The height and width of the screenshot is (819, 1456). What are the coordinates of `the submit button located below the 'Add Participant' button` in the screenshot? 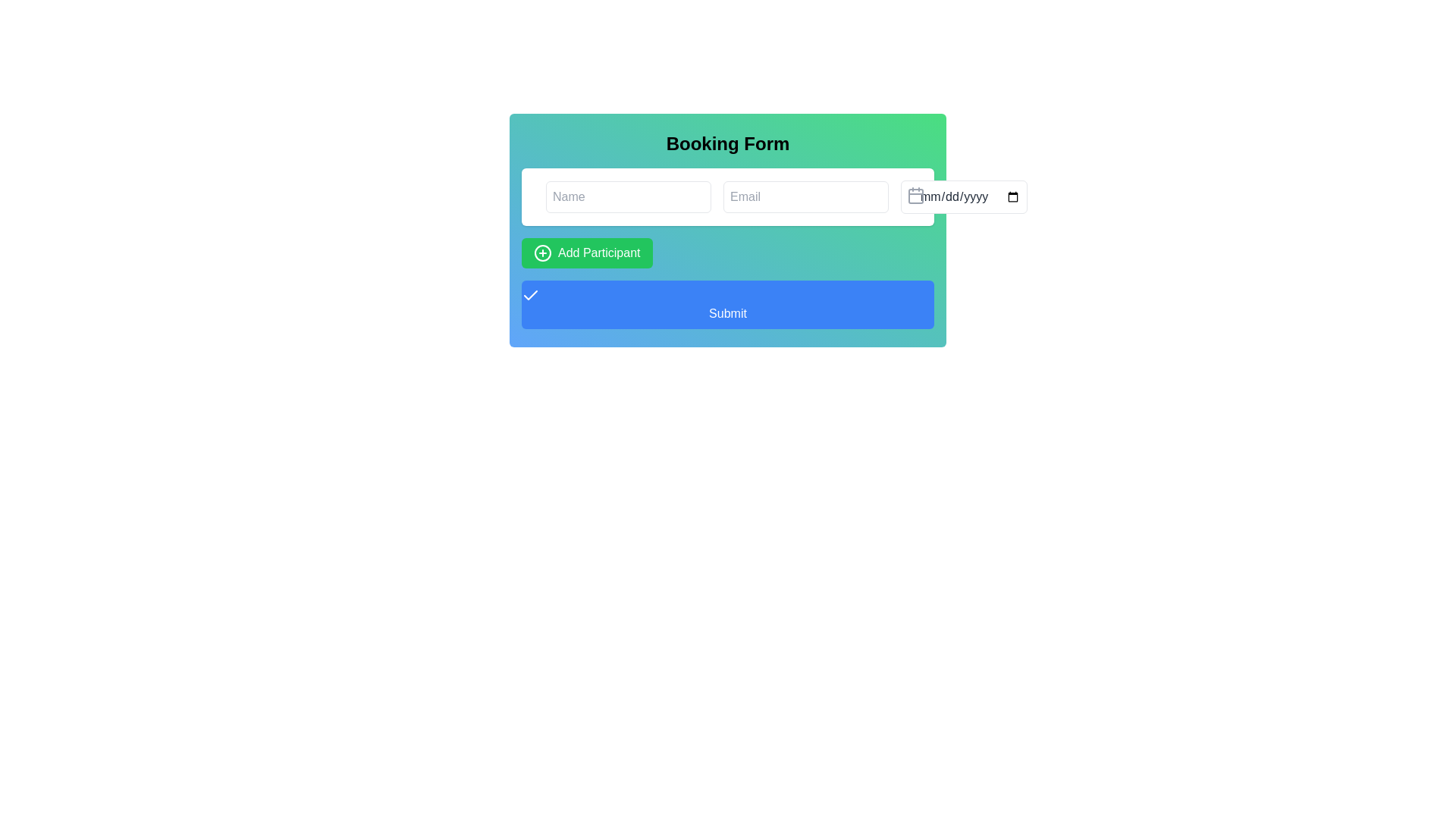 It's located at (728, 304).